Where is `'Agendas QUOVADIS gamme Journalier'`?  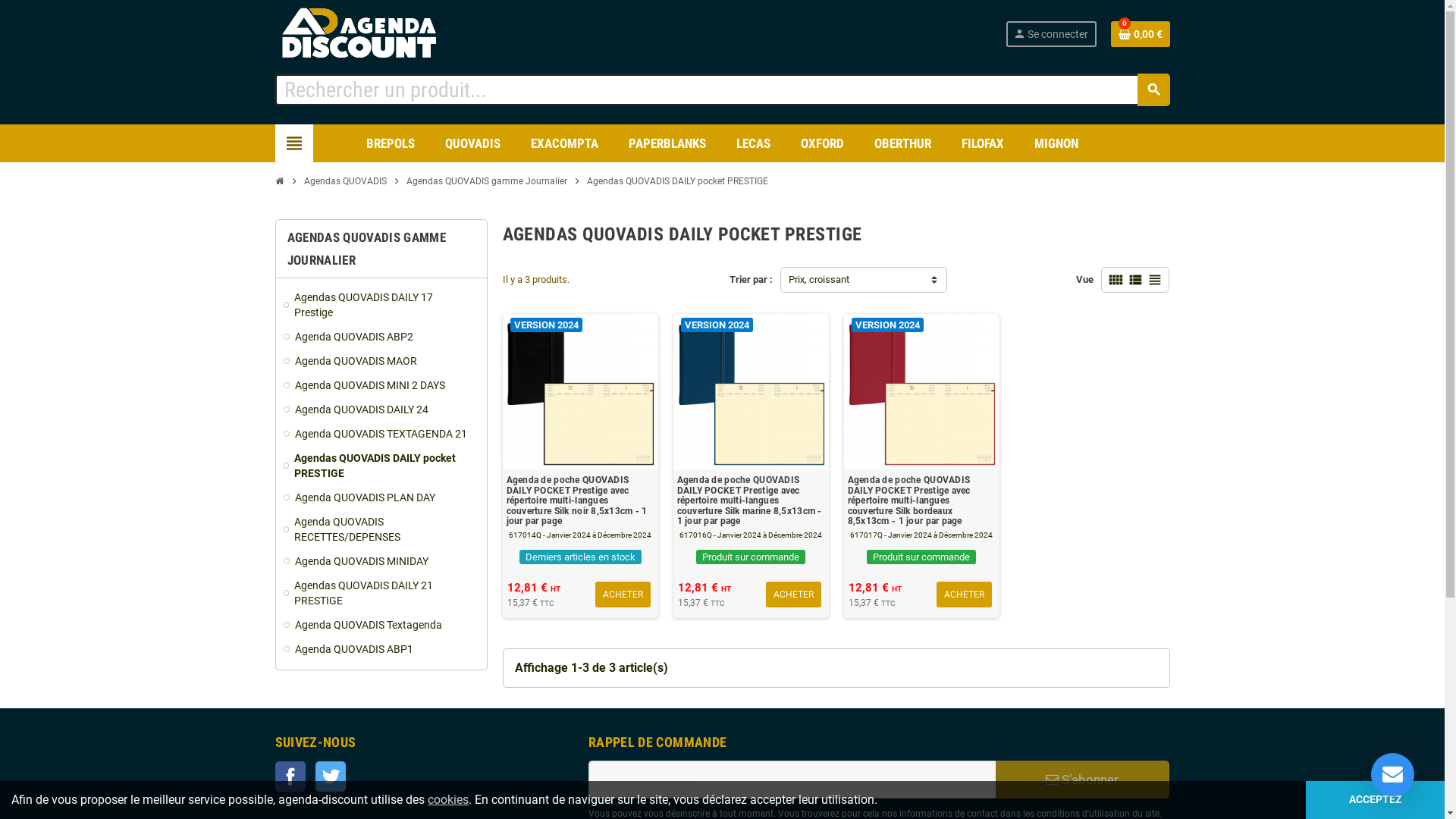 'Agendas QUOVADIS gamme Journalier' is located at coordinates (401, 180).